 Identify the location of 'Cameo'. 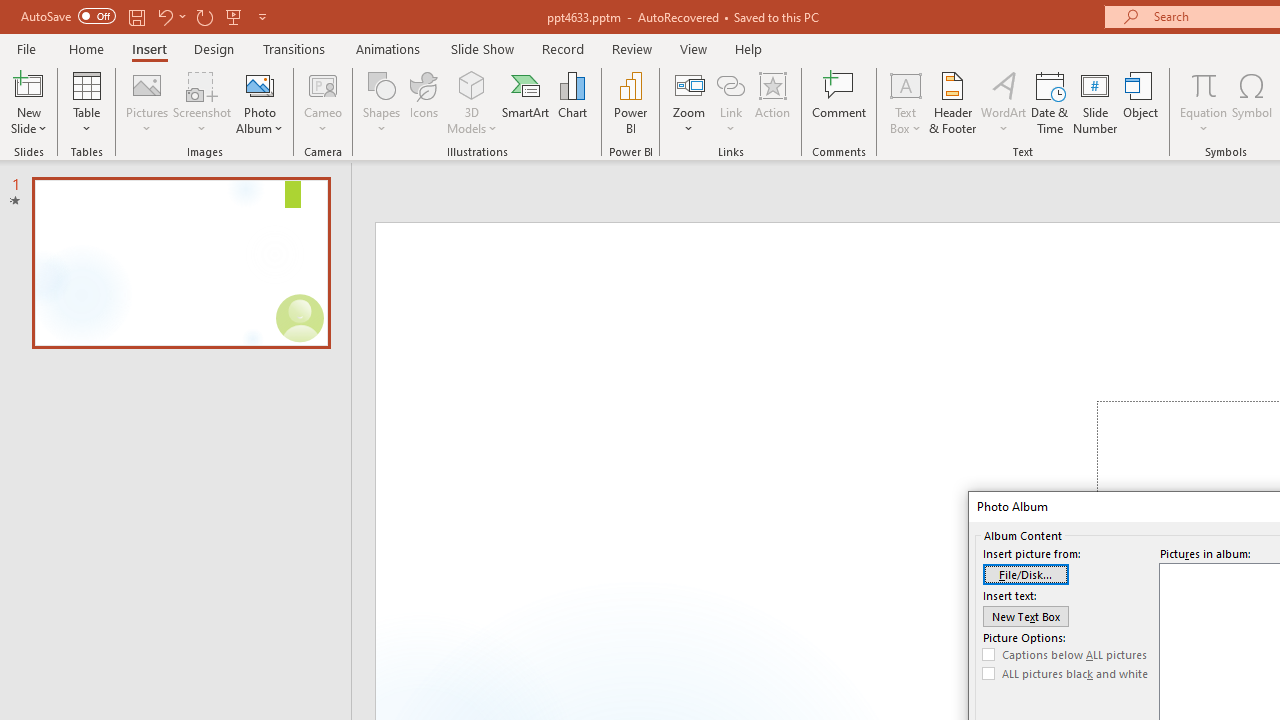
(323, 103).